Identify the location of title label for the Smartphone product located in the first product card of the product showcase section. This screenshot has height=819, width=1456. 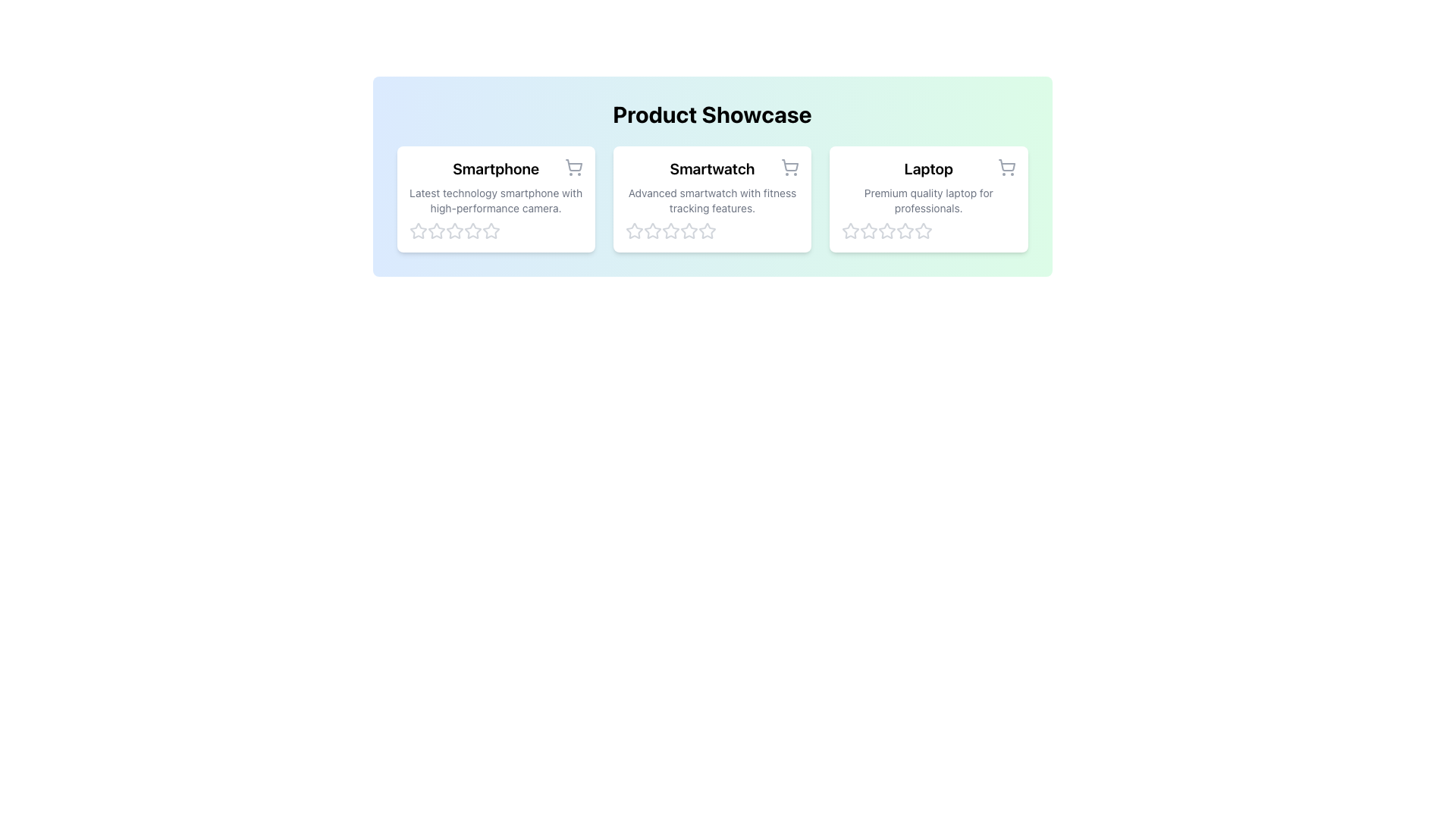
(496, 169).